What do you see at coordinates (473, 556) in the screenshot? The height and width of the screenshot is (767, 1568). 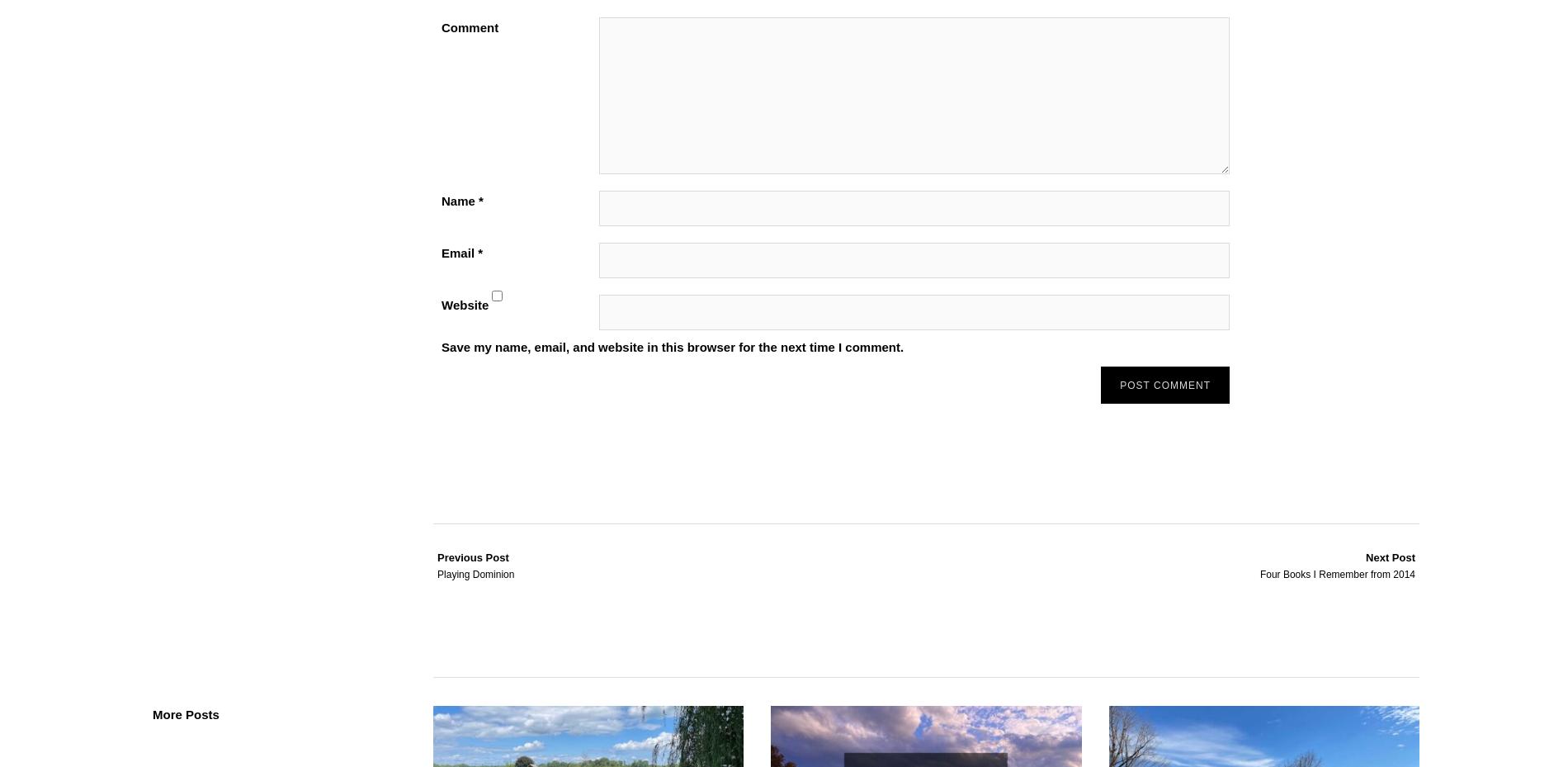 I see `'Previous Post'` at bounding box center [473, 556].